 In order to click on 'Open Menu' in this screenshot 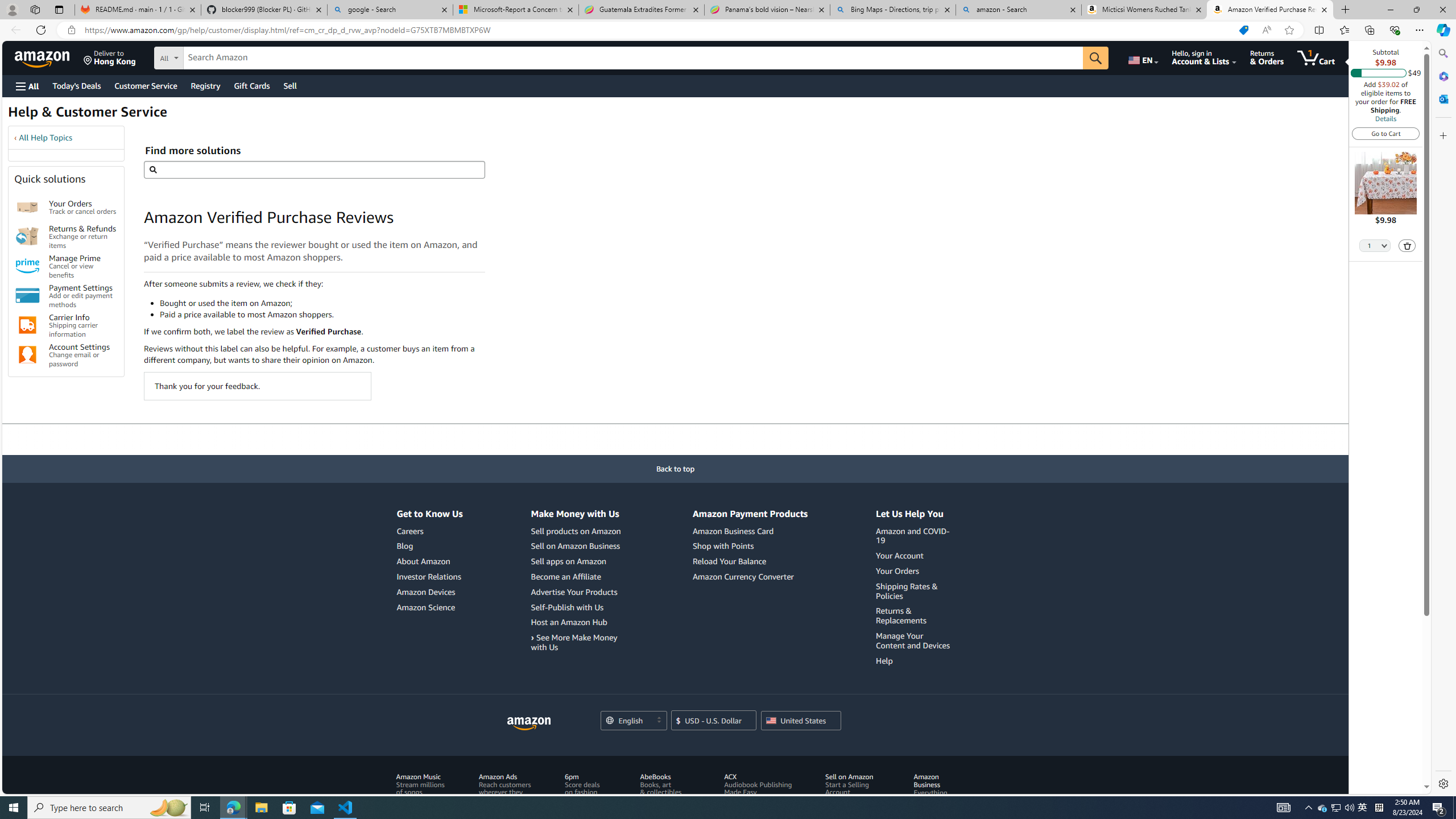, I will do `click(26, 85)`.